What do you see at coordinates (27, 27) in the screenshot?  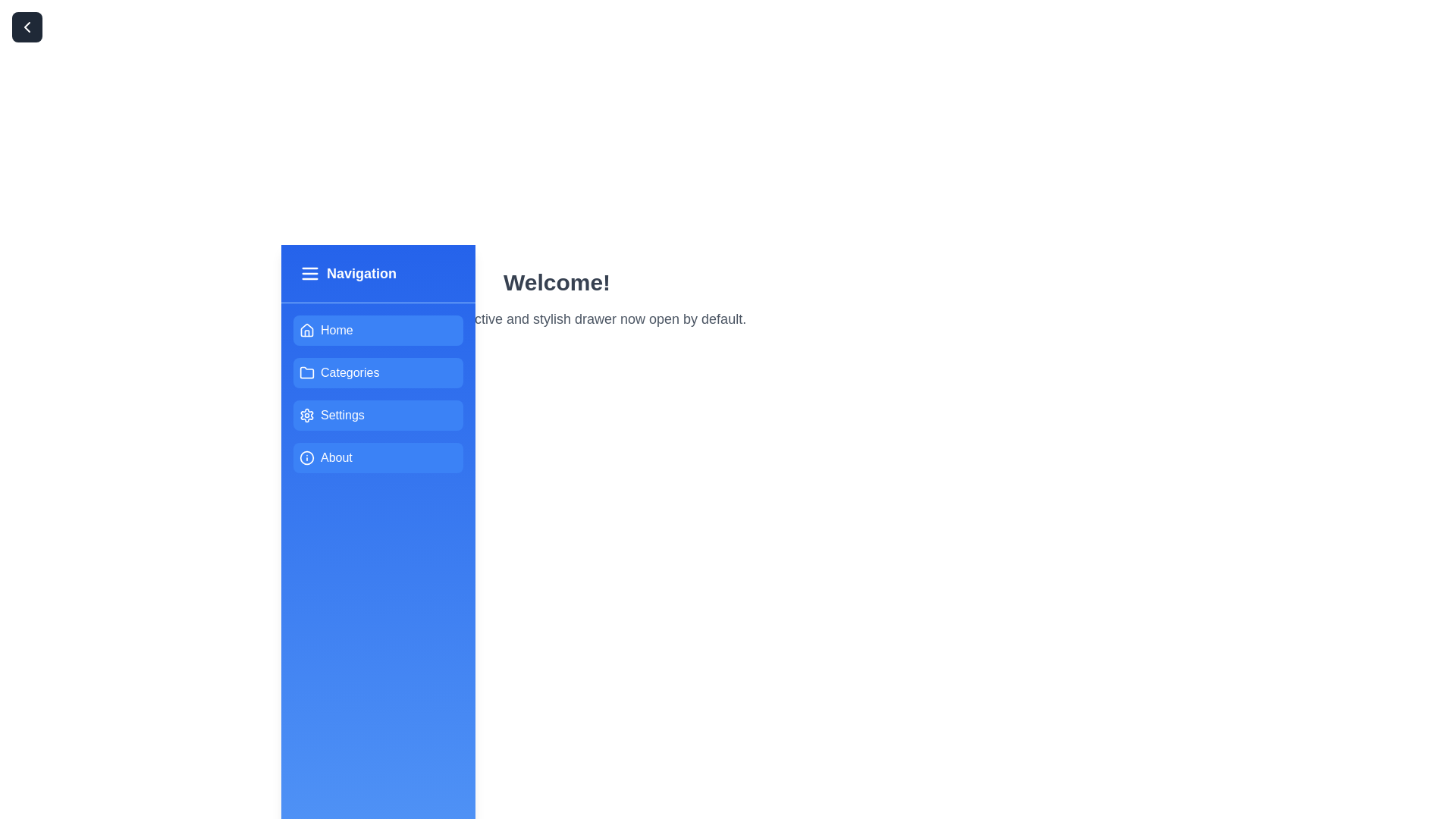 I see `the chevron icon located within the button at the top-left corner of the layout` at bounding box center [27, 27].